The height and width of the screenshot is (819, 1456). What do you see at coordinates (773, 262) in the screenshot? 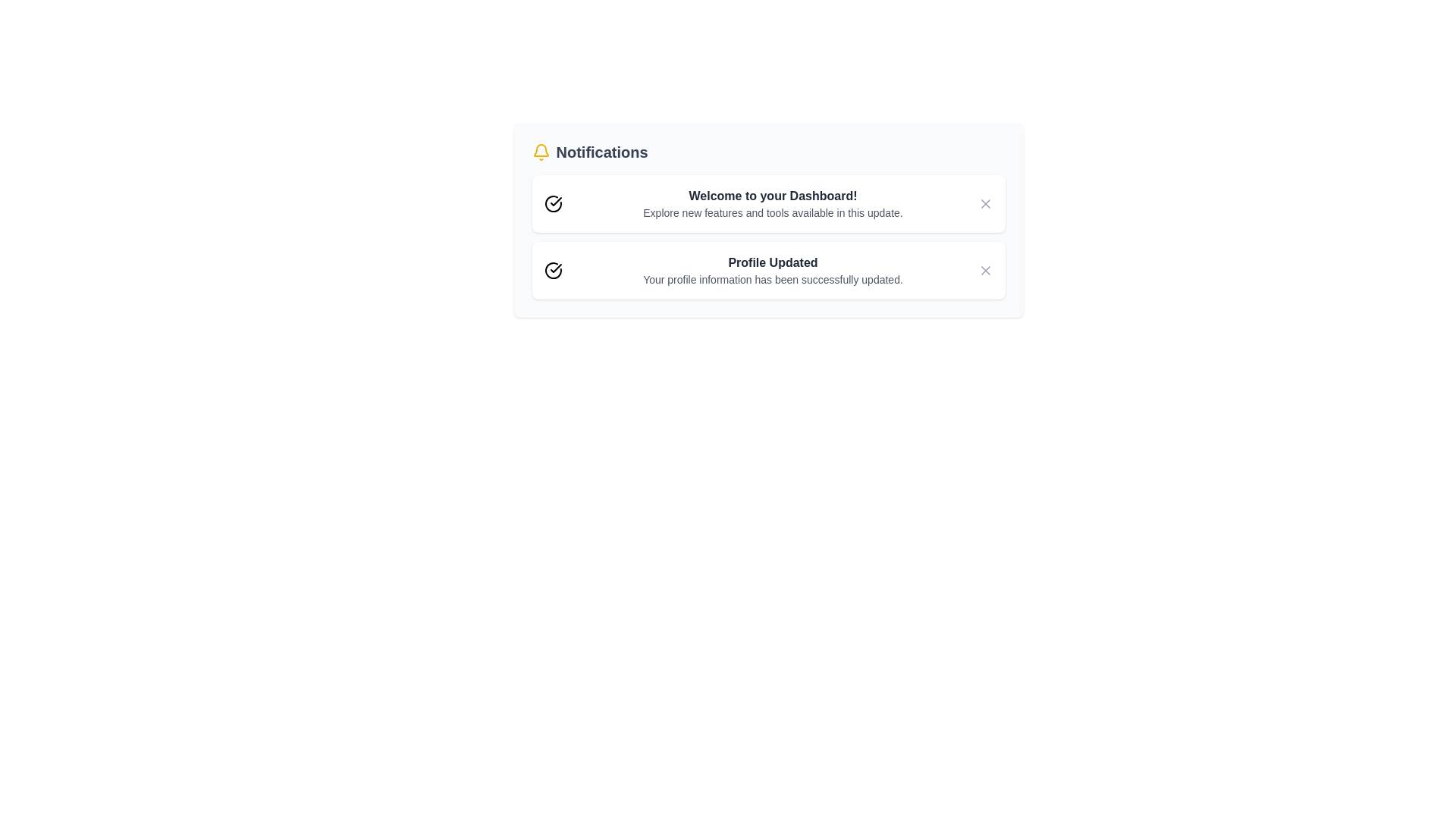
I see `the title of a notification: Profile Updated` at bounding box center [773, 262].